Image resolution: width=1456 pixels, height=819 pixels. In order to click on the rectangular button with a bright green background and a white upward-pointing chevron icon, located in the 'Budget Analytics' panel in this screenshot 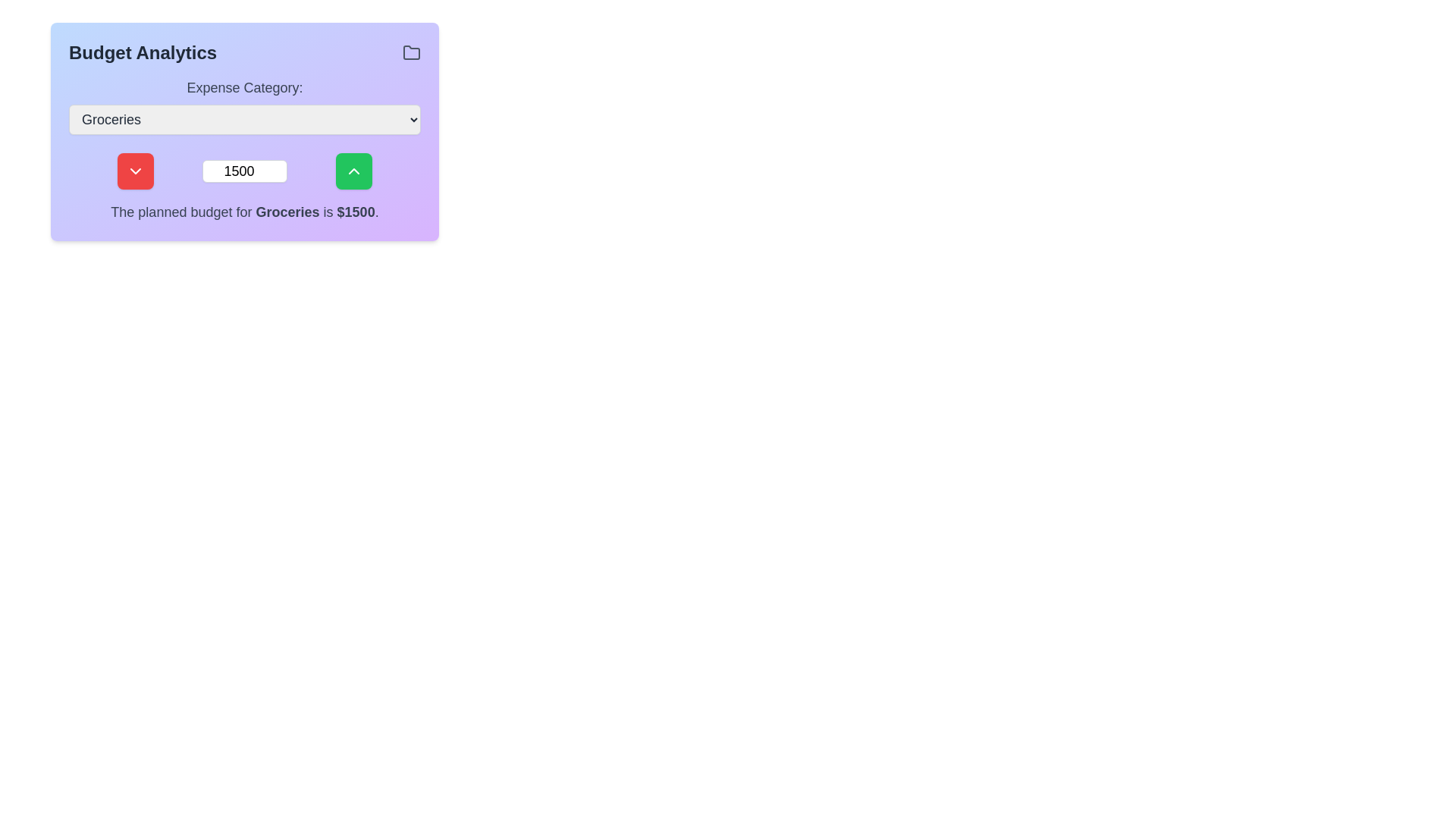, I will do `click(353, 171)`.